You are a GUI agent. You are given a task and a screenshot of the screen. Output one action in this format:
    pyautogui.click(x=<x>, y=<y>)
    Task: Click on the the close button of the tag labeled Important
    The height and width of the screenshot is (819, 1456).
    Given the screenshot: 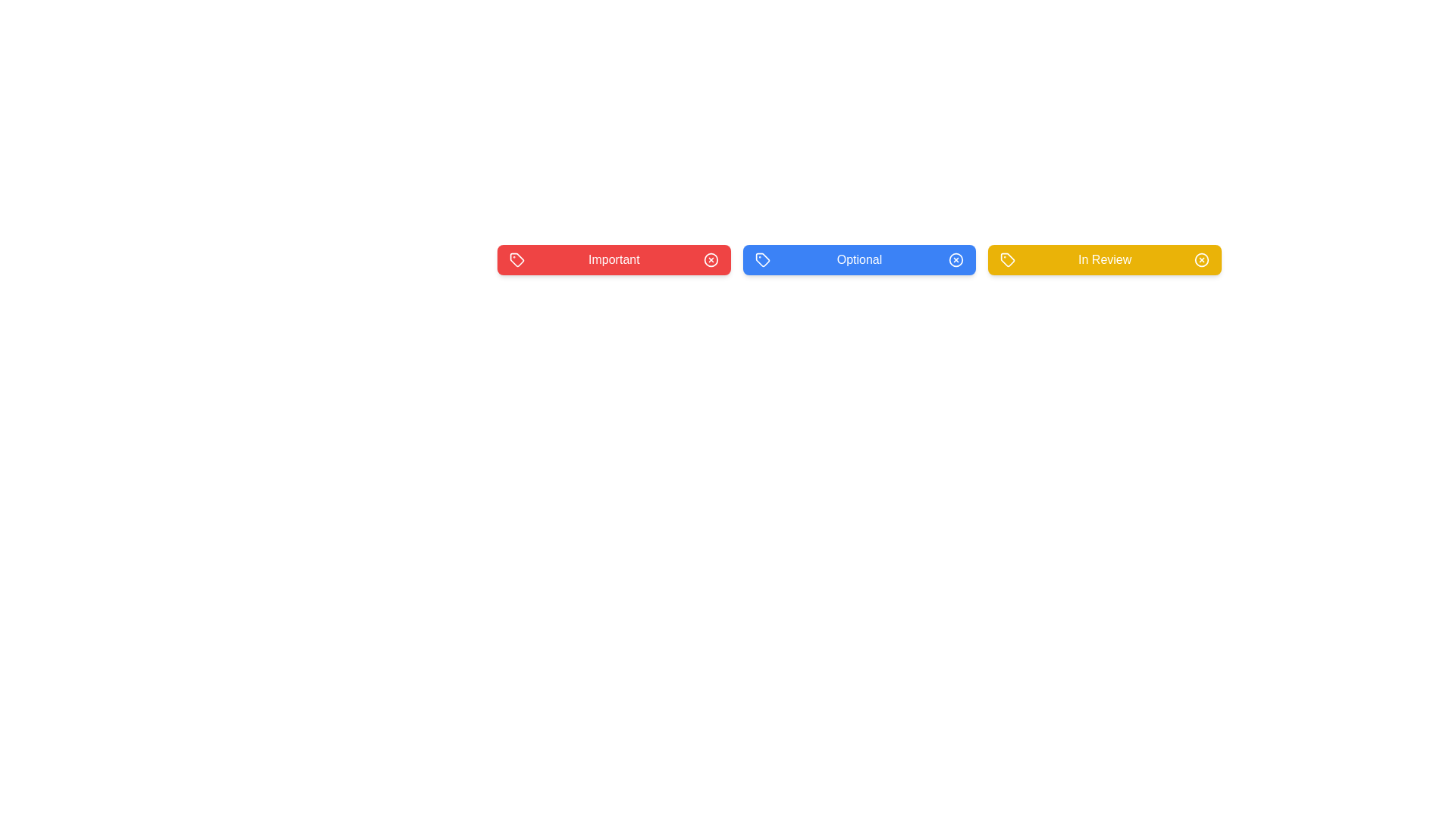 What is the action you would take?
    pyautogui.click(x=710, y=259)
    